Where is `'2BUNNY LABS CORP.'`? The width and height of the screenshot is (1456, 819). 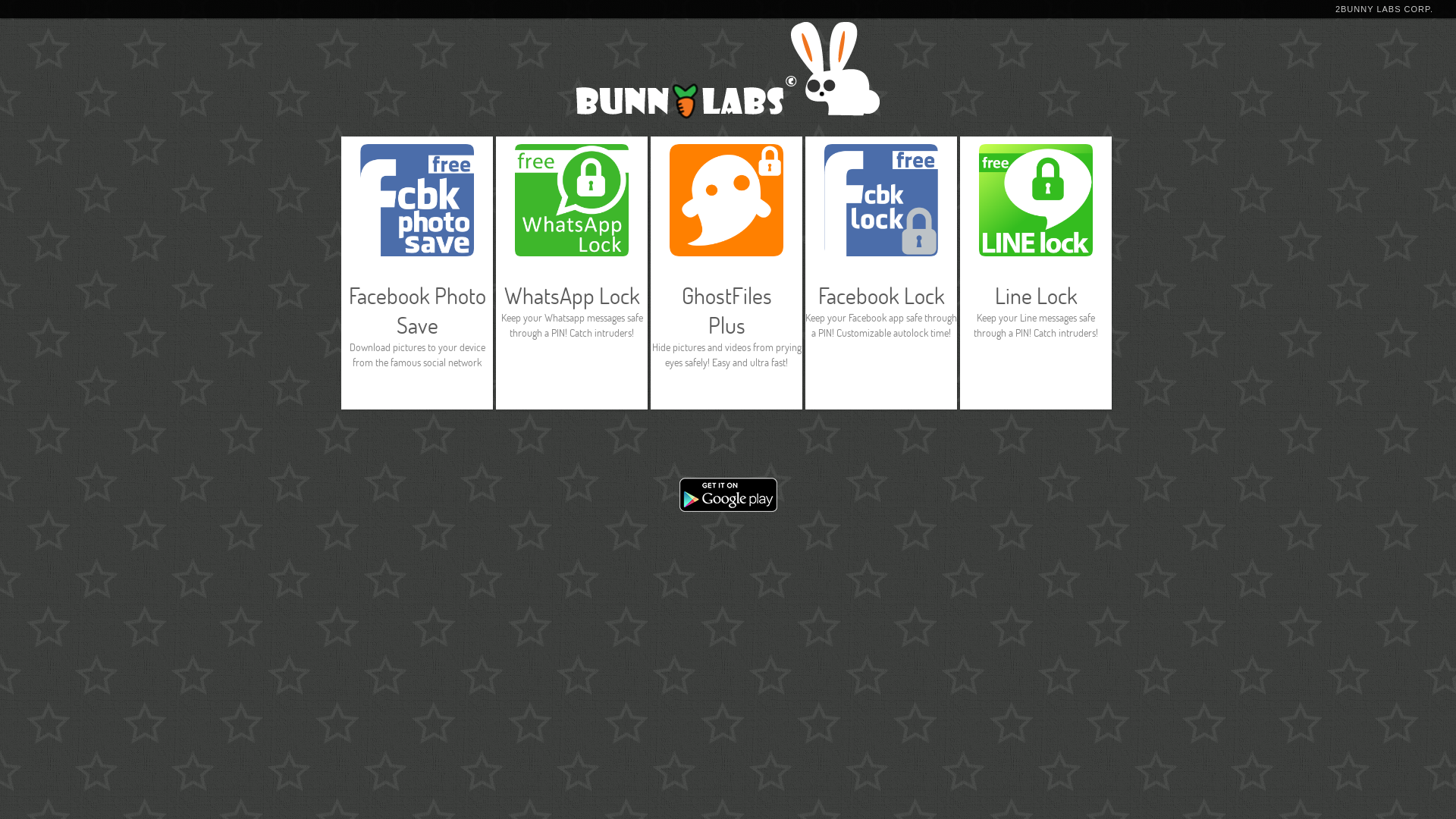 '2BUNNY LABS CORP.' is located at coordinates (1384, 8).